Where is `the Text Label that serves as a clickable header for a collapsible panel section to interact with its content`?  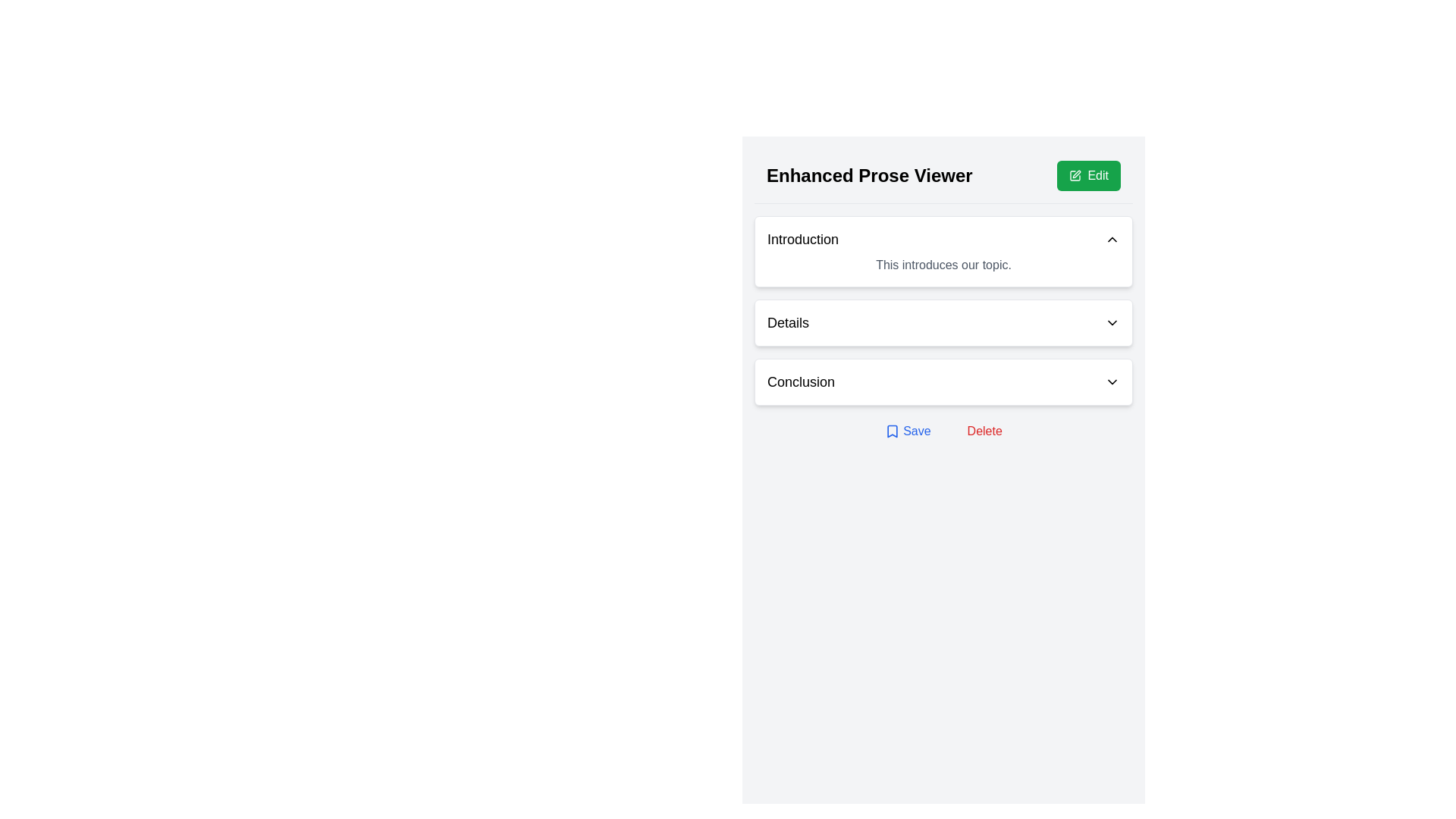 the Text Label that serves as a clickable header for a collapsible panel section to interact with its content is located at coordinates (802, 239).